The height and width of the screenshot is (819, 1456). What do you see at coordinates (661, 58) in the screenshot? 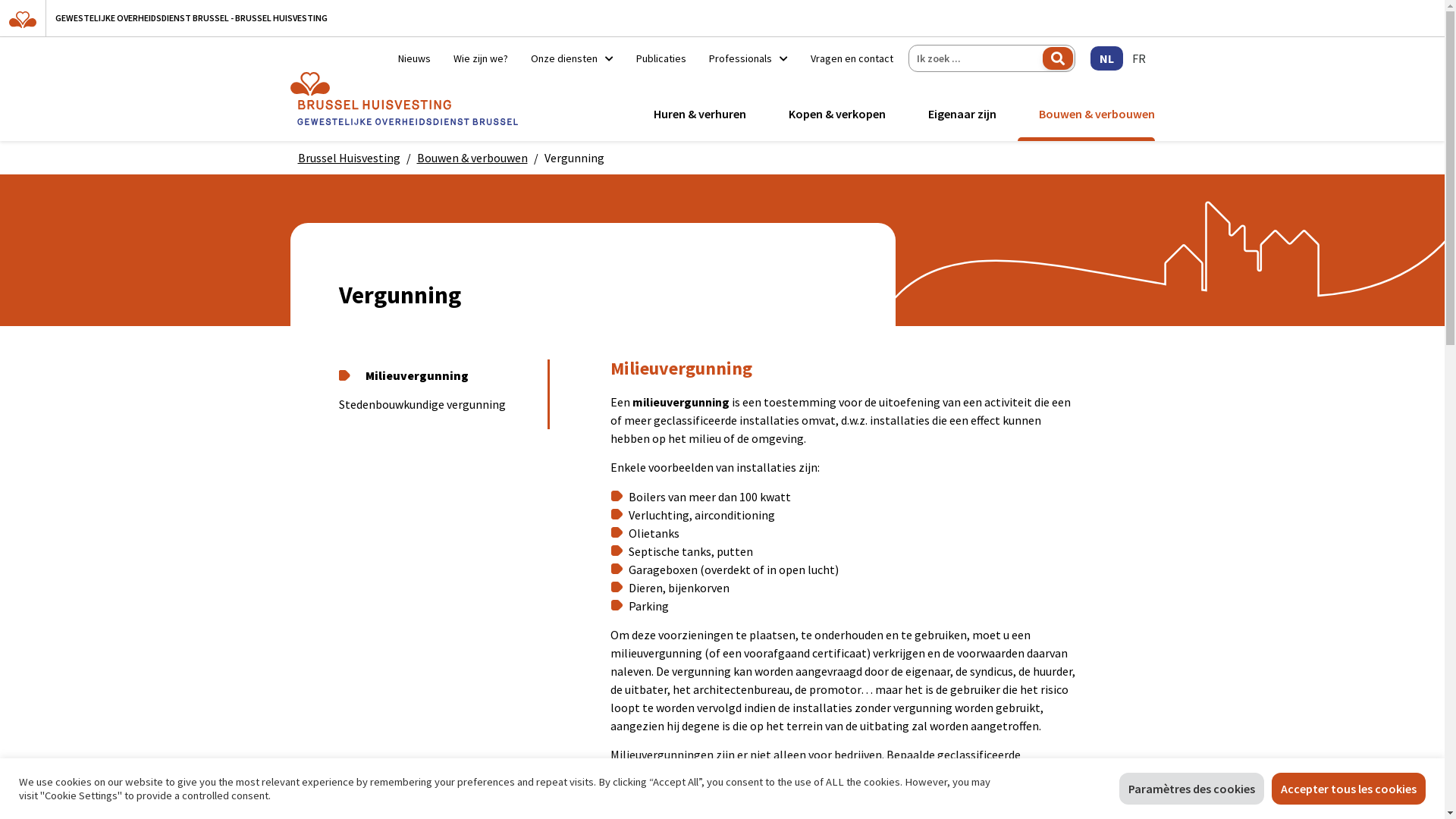
I see `'Publicaties'` at bounding box center [661, 58].